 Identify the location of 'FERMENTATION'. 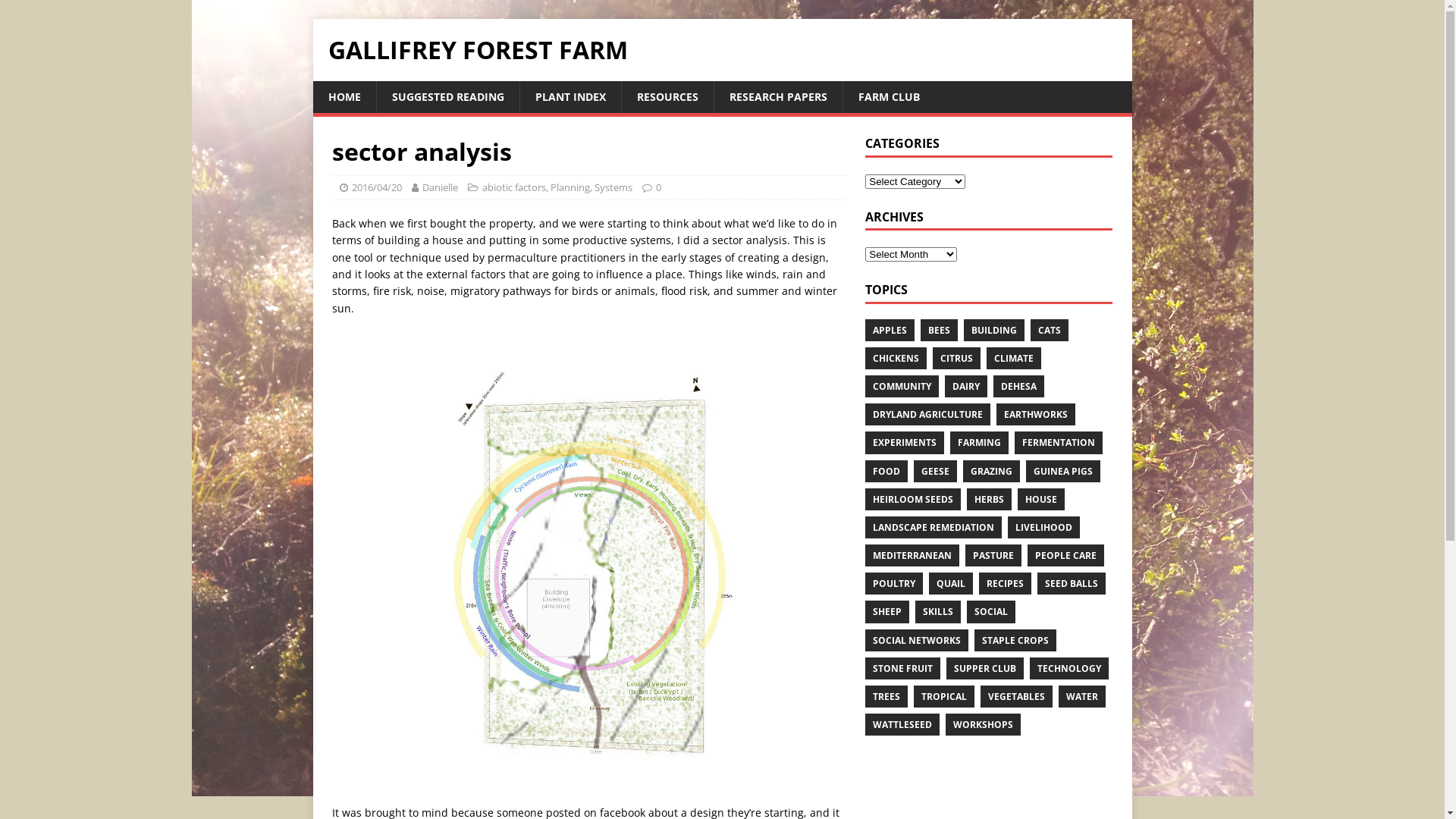
(1058, 442).